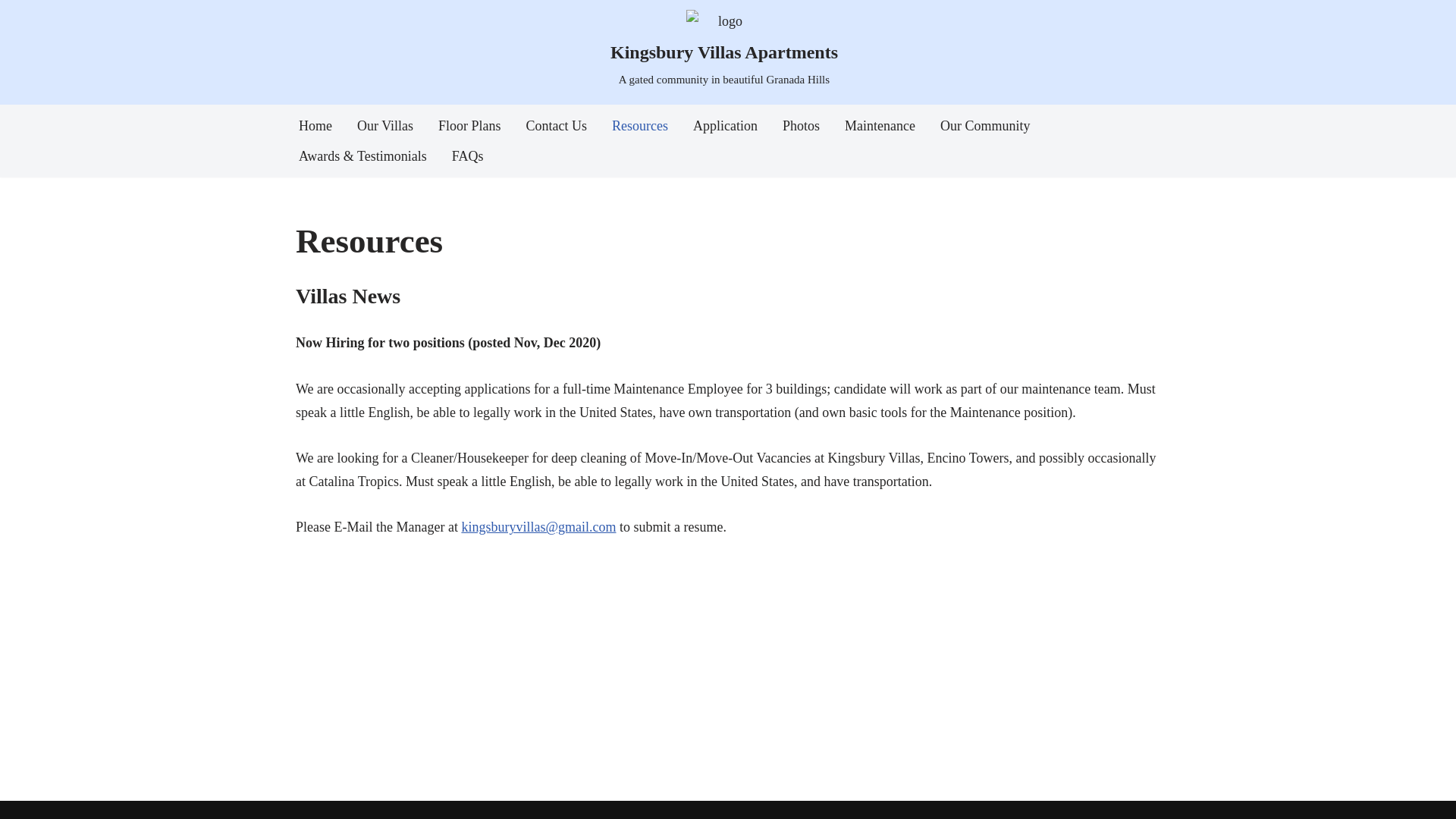 This screenshot has height=819, width=1456. Describe the element at coordinates (460, 526) in the screenshot. I see `'kingsburyvillas@gmail.com'` at that location.